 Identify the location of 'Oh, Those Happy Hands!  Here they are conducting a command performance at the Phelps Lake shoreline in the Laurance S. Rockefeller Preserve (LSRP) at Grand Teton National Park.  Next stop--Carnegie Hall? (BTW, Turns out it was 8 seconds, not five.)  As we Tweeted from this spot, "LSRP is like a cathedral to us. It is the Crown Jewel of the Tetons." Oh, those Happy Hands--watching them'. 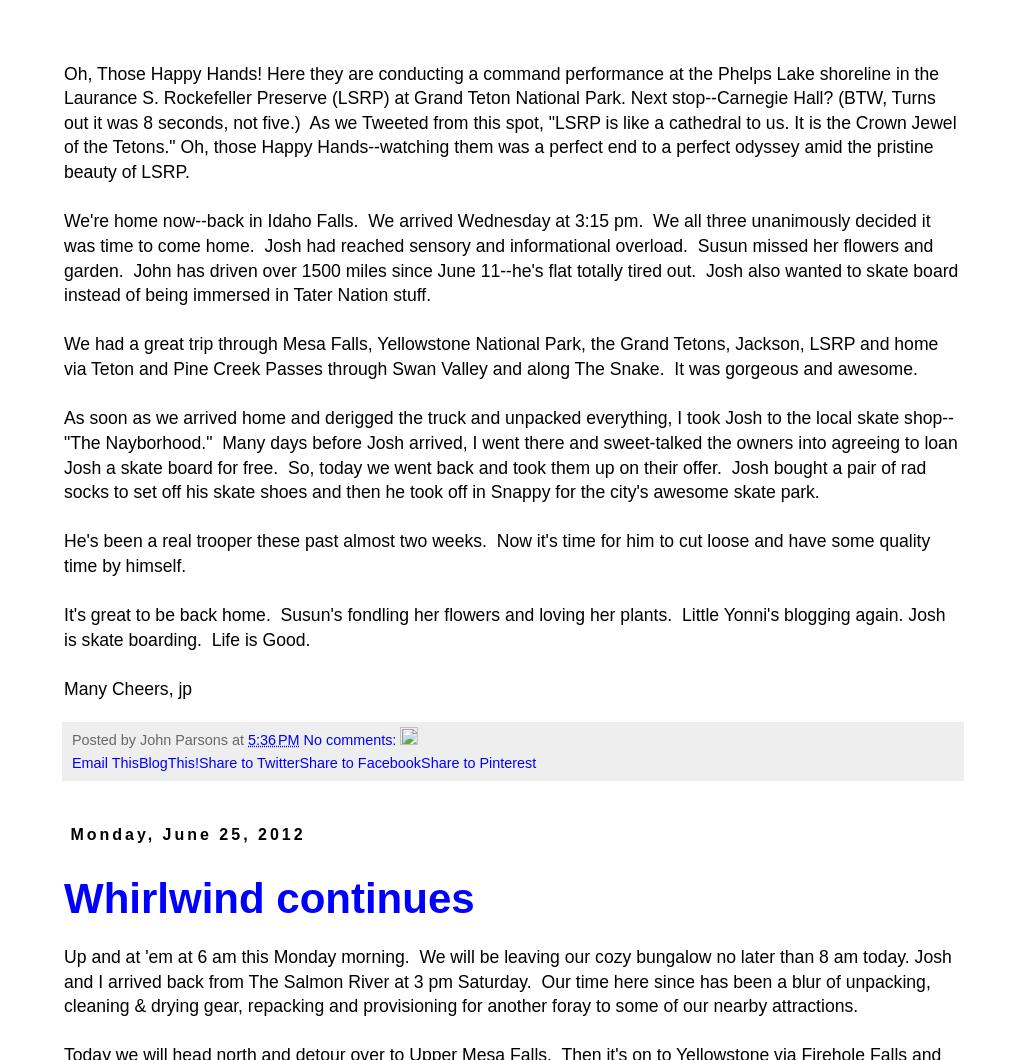
(64, 110).